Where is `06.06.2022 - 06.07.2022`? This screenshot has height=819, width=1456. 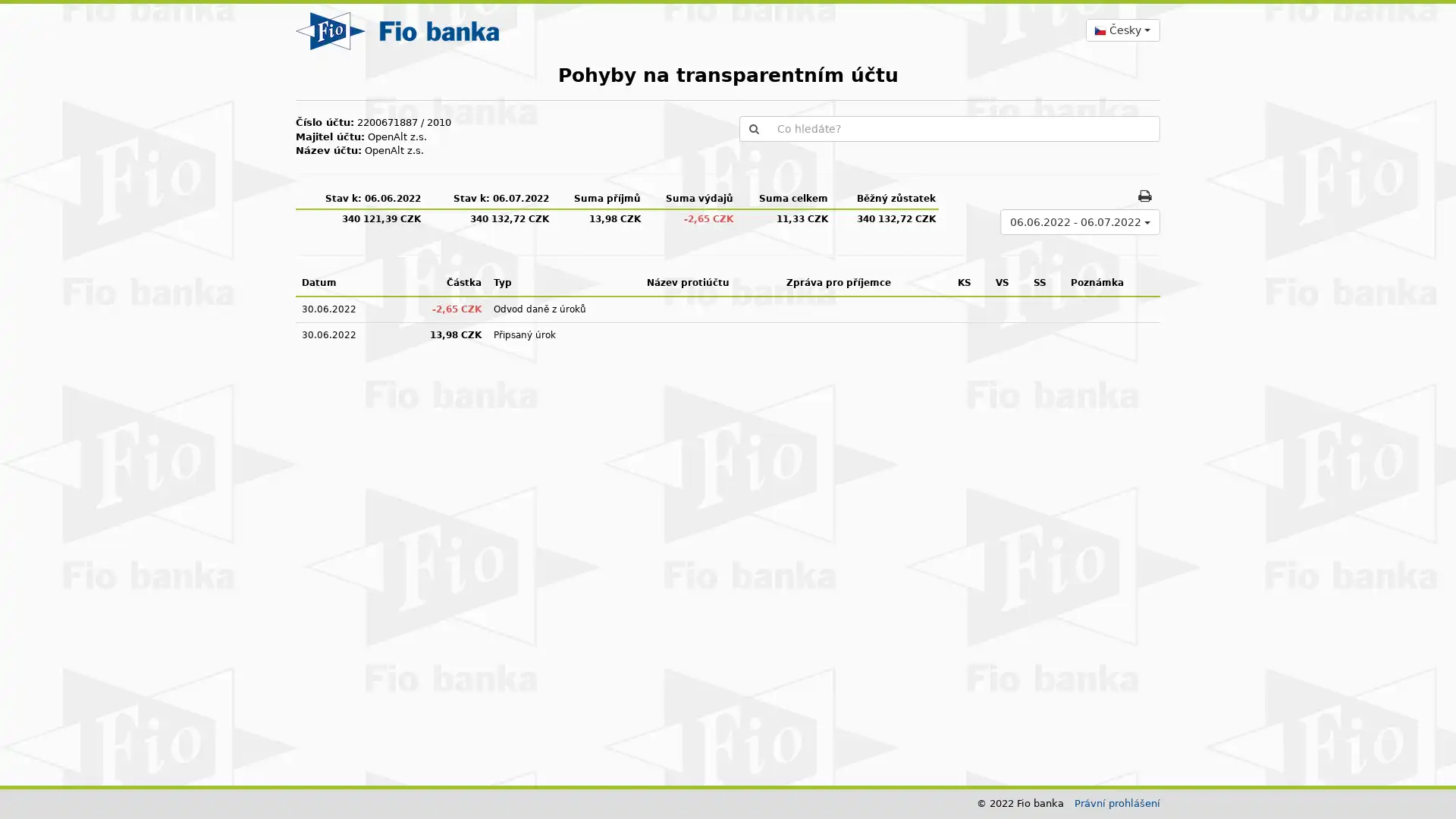
06.06.2022 - 06.07.2022 is located at coordinates (1079, 221).